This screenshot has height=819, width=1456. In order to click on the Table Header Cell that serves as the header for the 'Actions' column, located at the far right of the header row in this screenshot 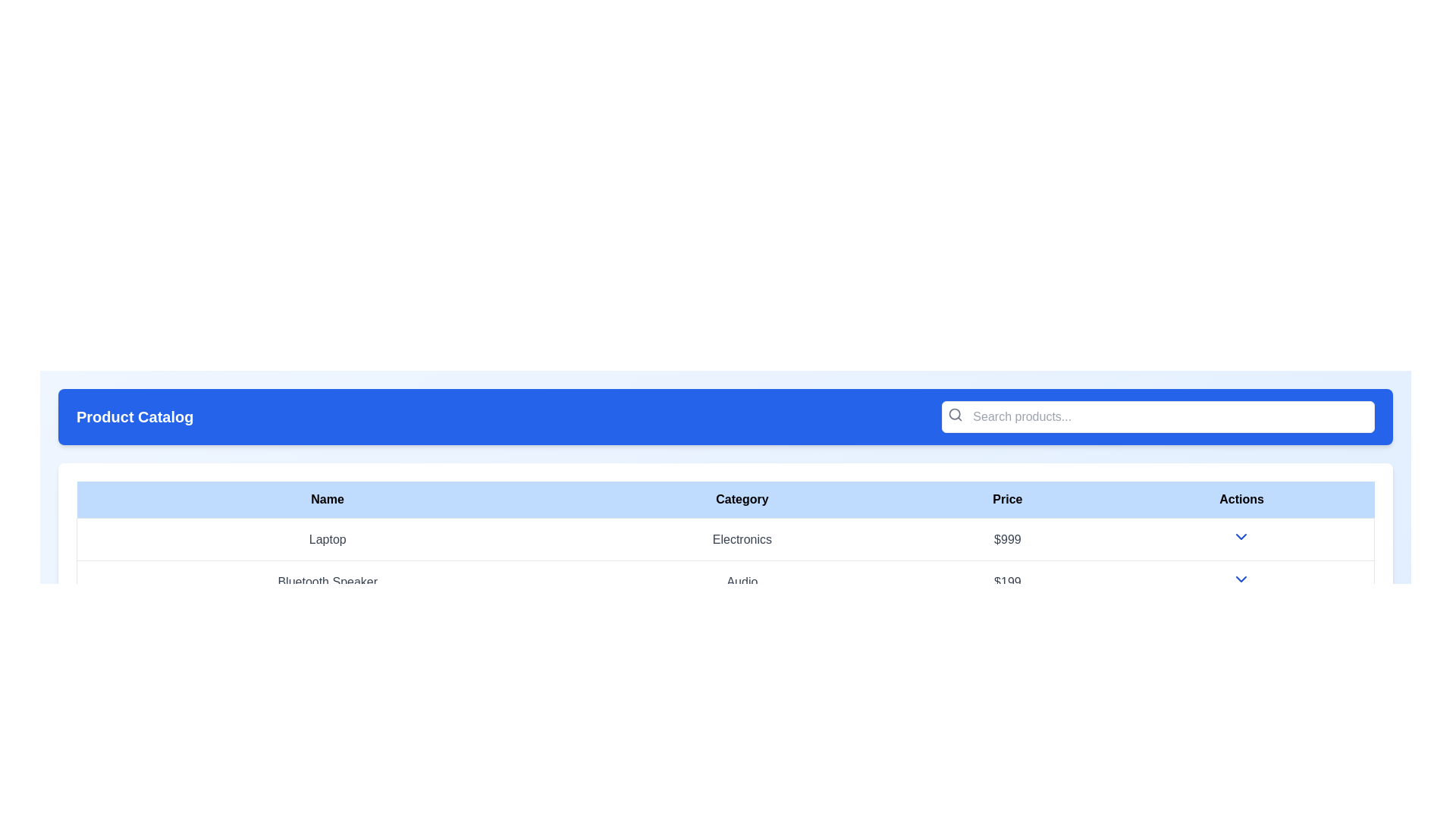, I will do `click(1241, 500)`.